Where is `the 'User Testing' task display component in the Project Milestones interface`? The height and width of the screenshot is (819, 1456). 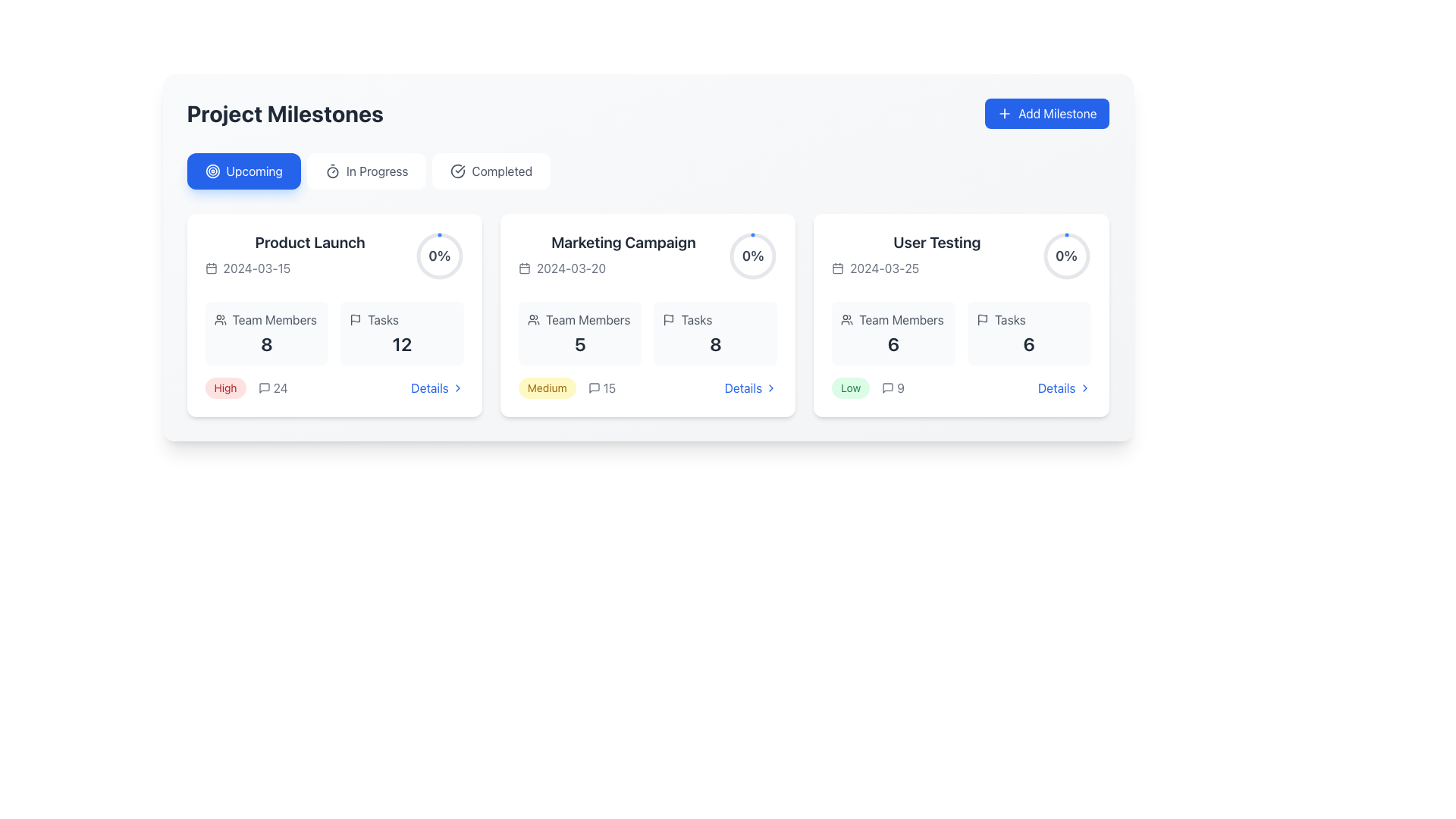 the 'User Testing' task display component in the Project Milestones interface is located at coordinates (960, 256).